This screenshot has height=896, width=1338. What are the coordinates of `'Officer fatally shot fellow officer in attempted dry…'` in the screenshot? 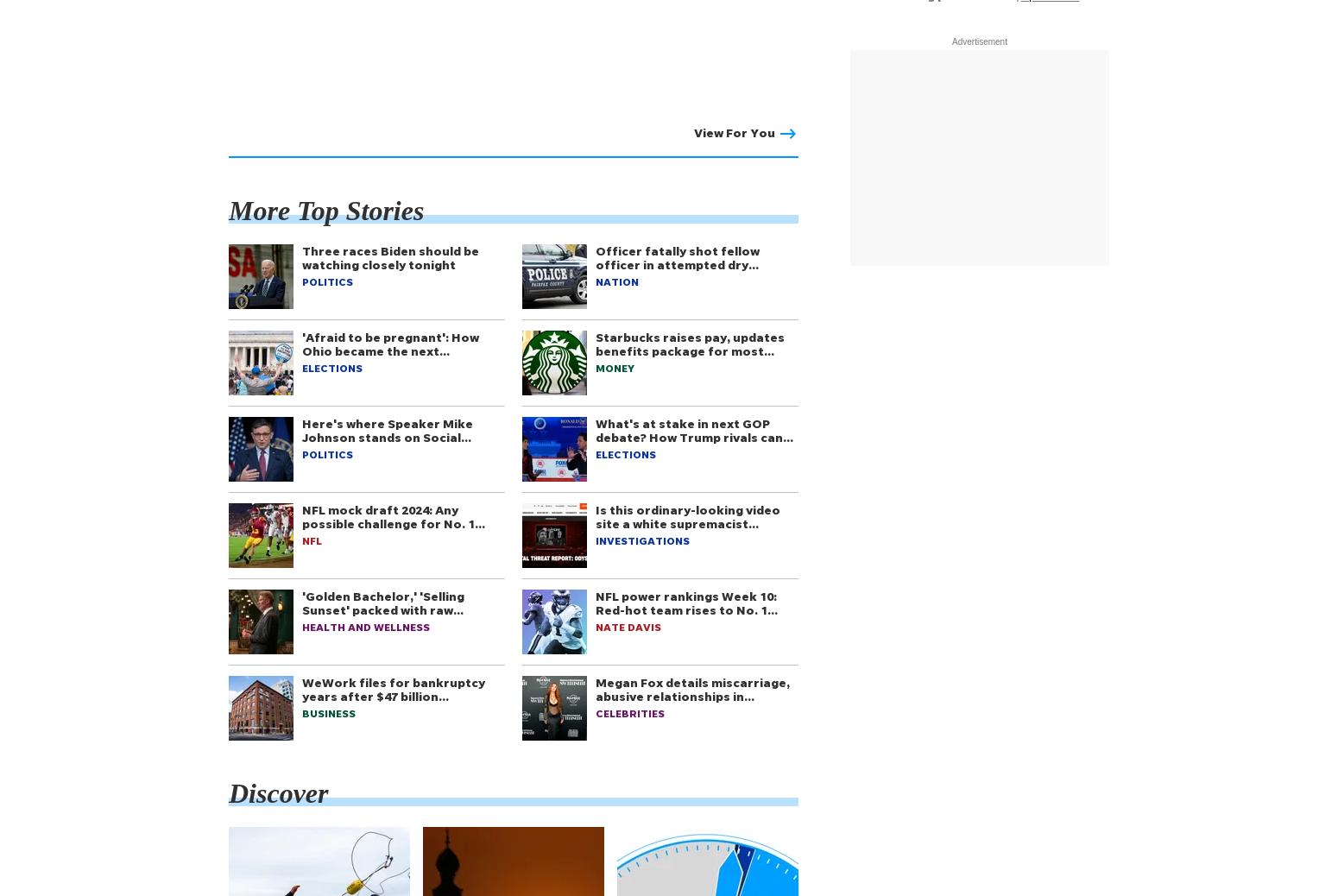 It's located at (677, 257).